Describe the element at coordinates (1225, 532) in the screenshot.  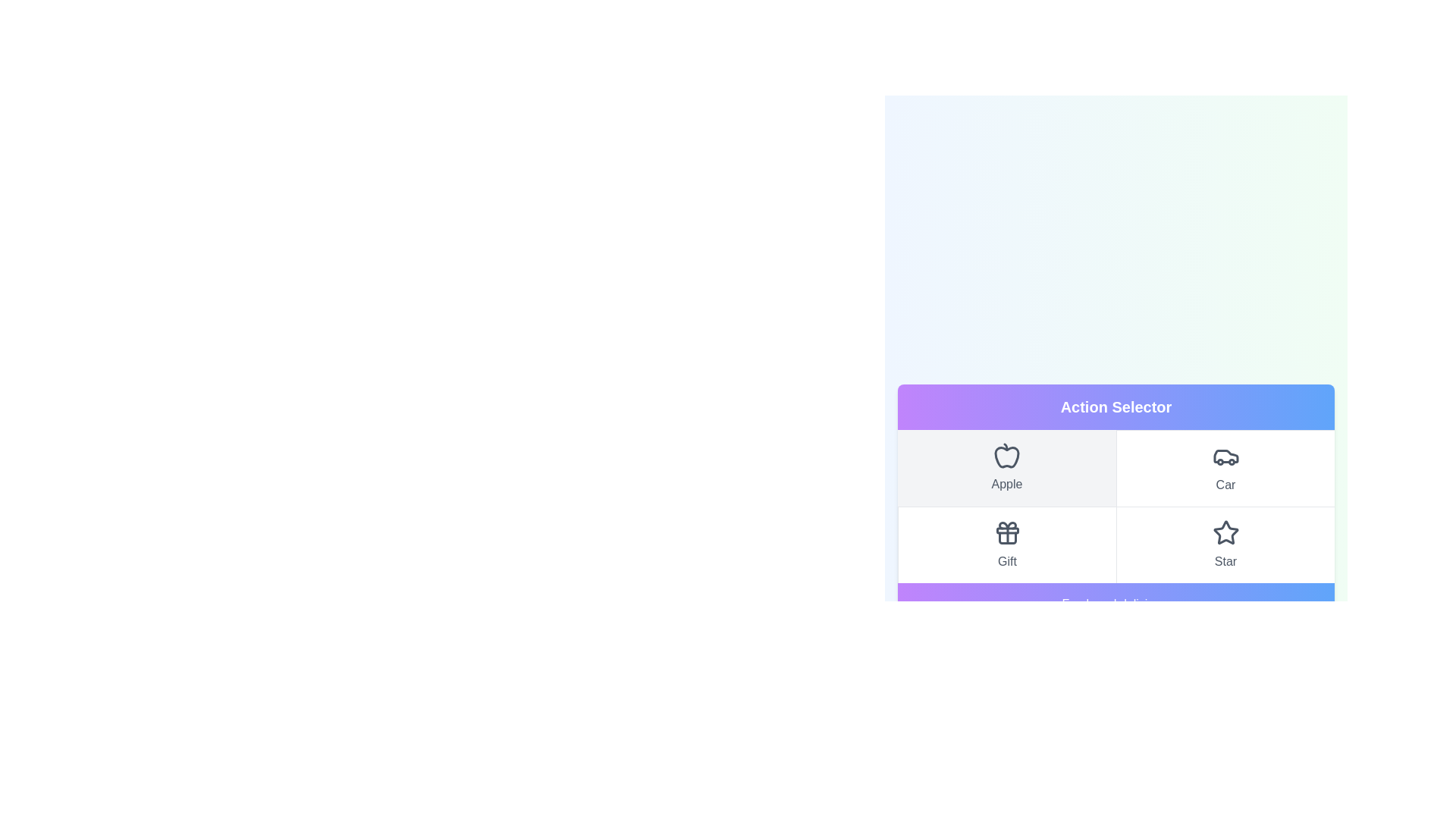
I see `the star icon located in the bottom-right cell of the grid in the 'Action Selector' section, beneath the 'Car' icon and to the right of the 'Gift' icon` at that location.